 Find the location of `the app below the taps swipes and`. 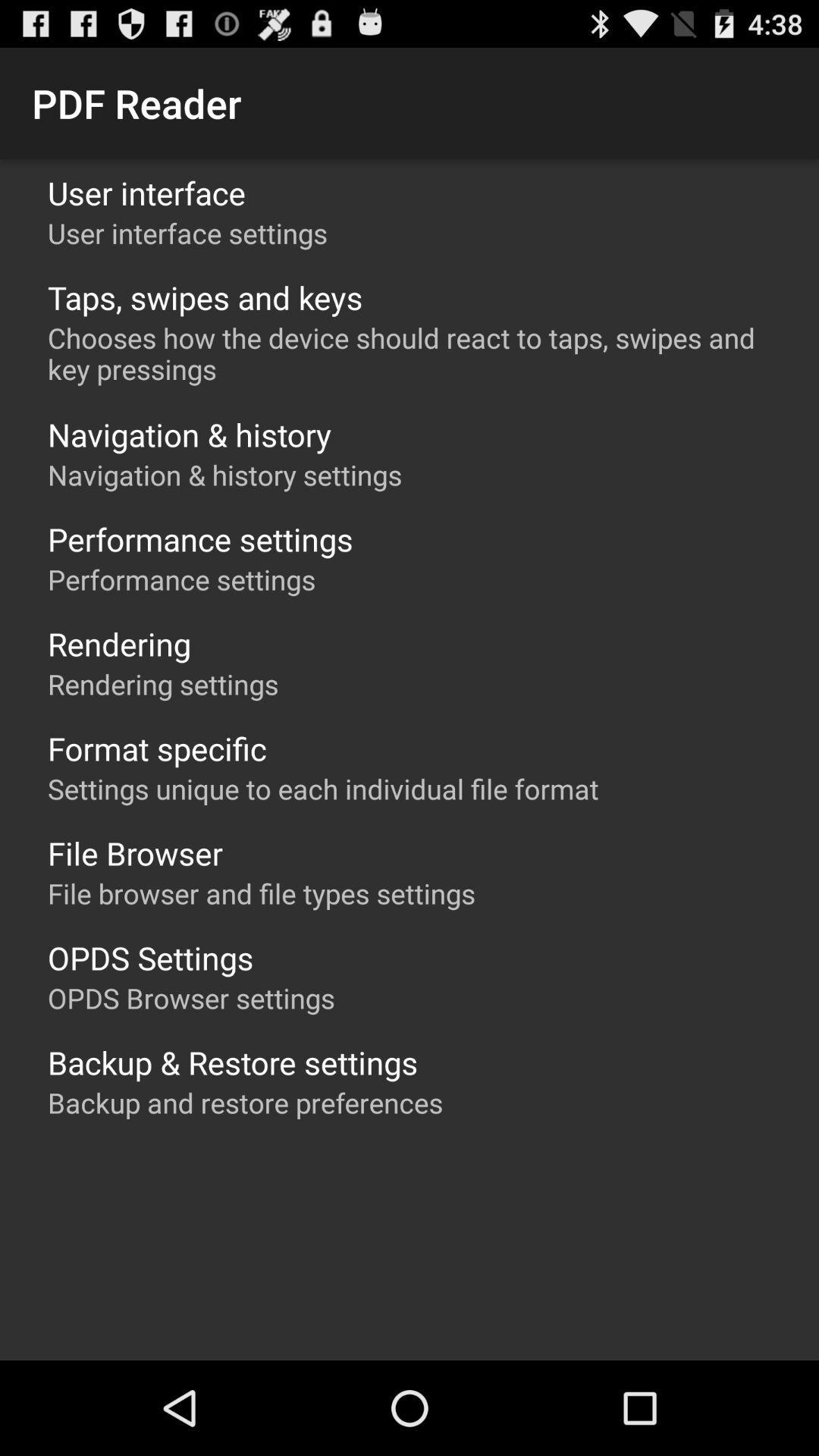

the app below the taps swipes and is located at coordinates (417, 353).